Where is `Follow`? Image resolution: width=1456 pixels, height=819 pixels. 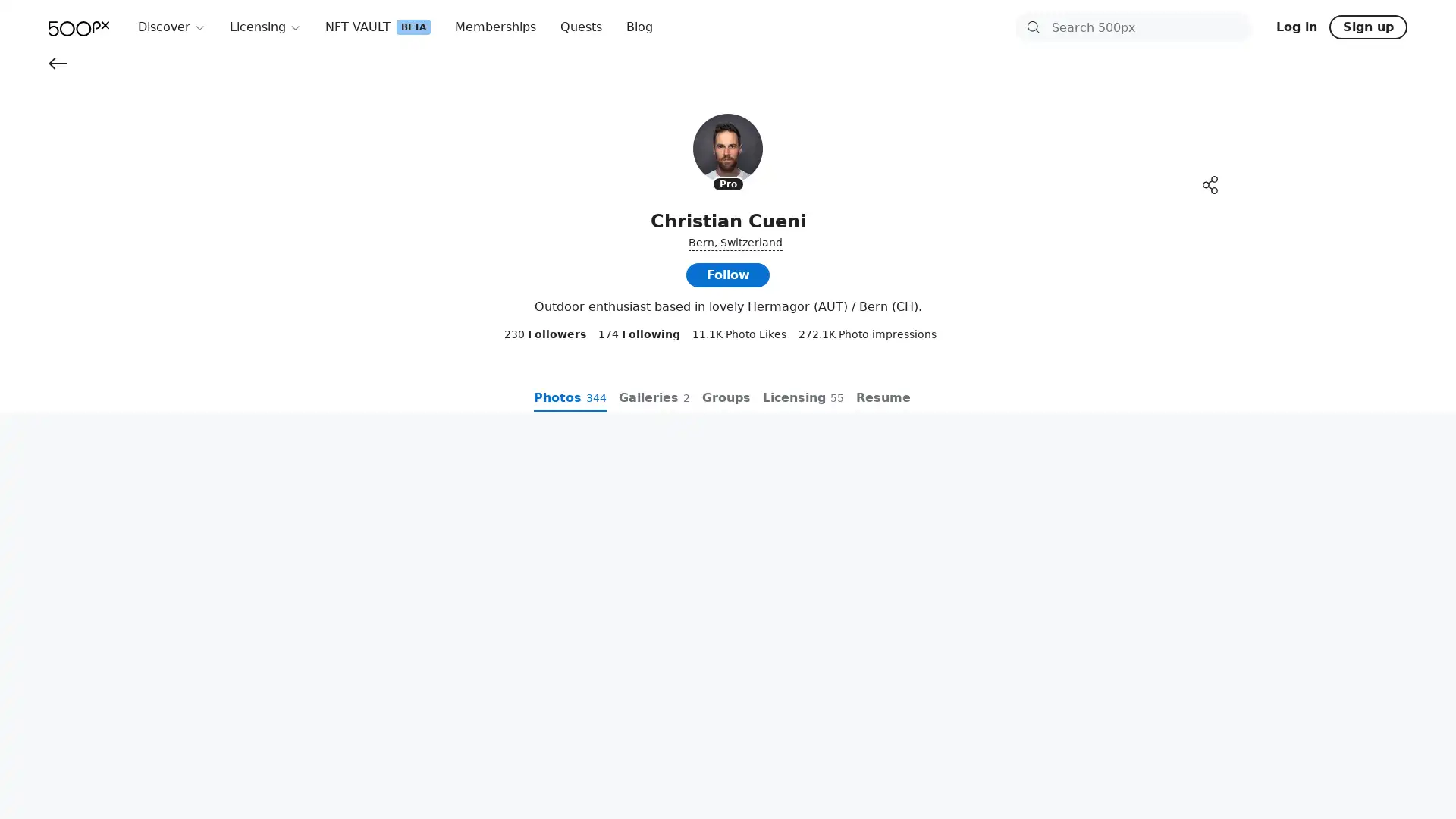 Follow is located at coordinates (728, 458).